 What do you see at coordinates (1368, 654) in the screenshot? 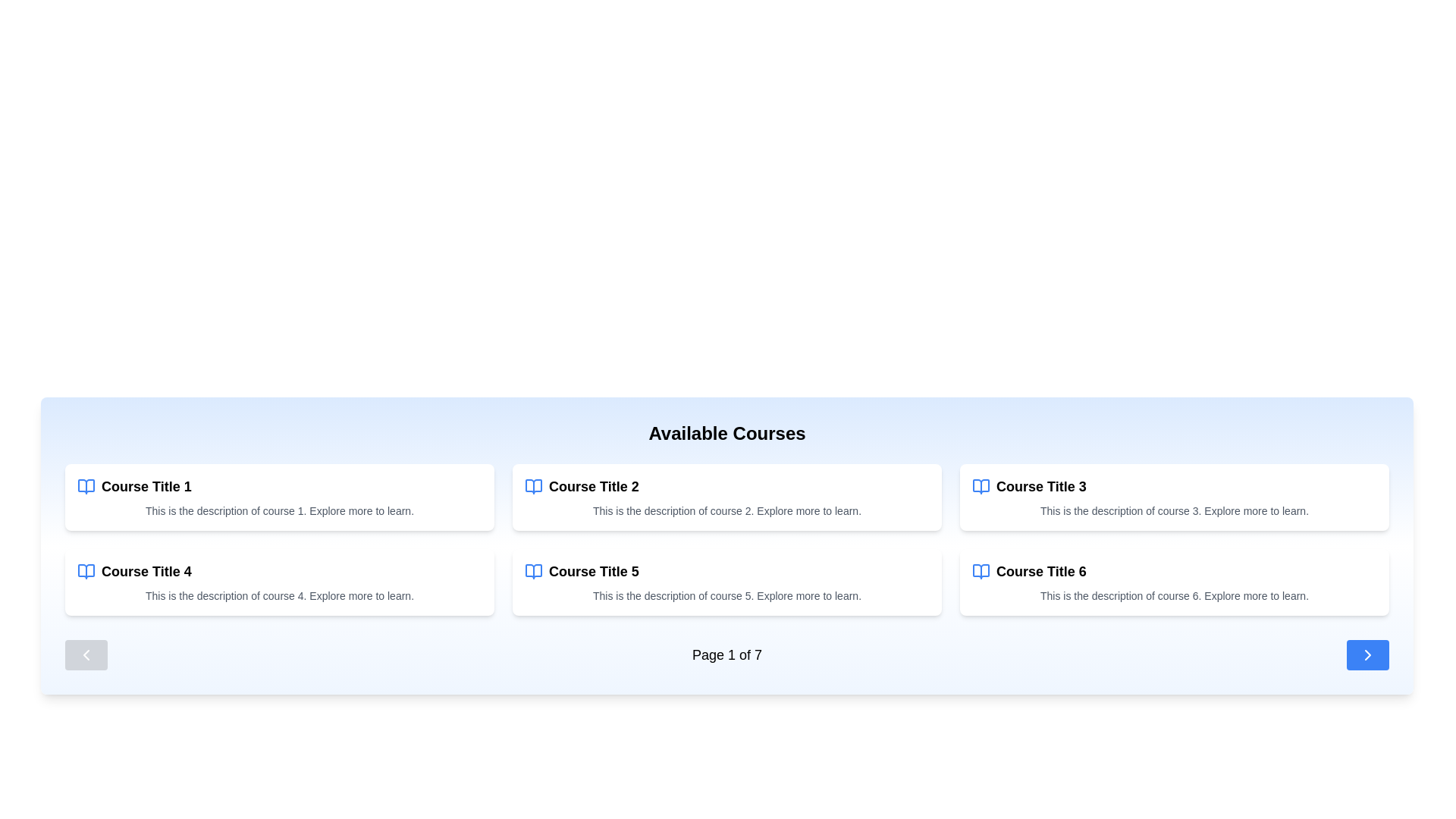
I see `the pagination control button located on the far right side of the bottom navigation bar` at bounding box center [1368, 654].